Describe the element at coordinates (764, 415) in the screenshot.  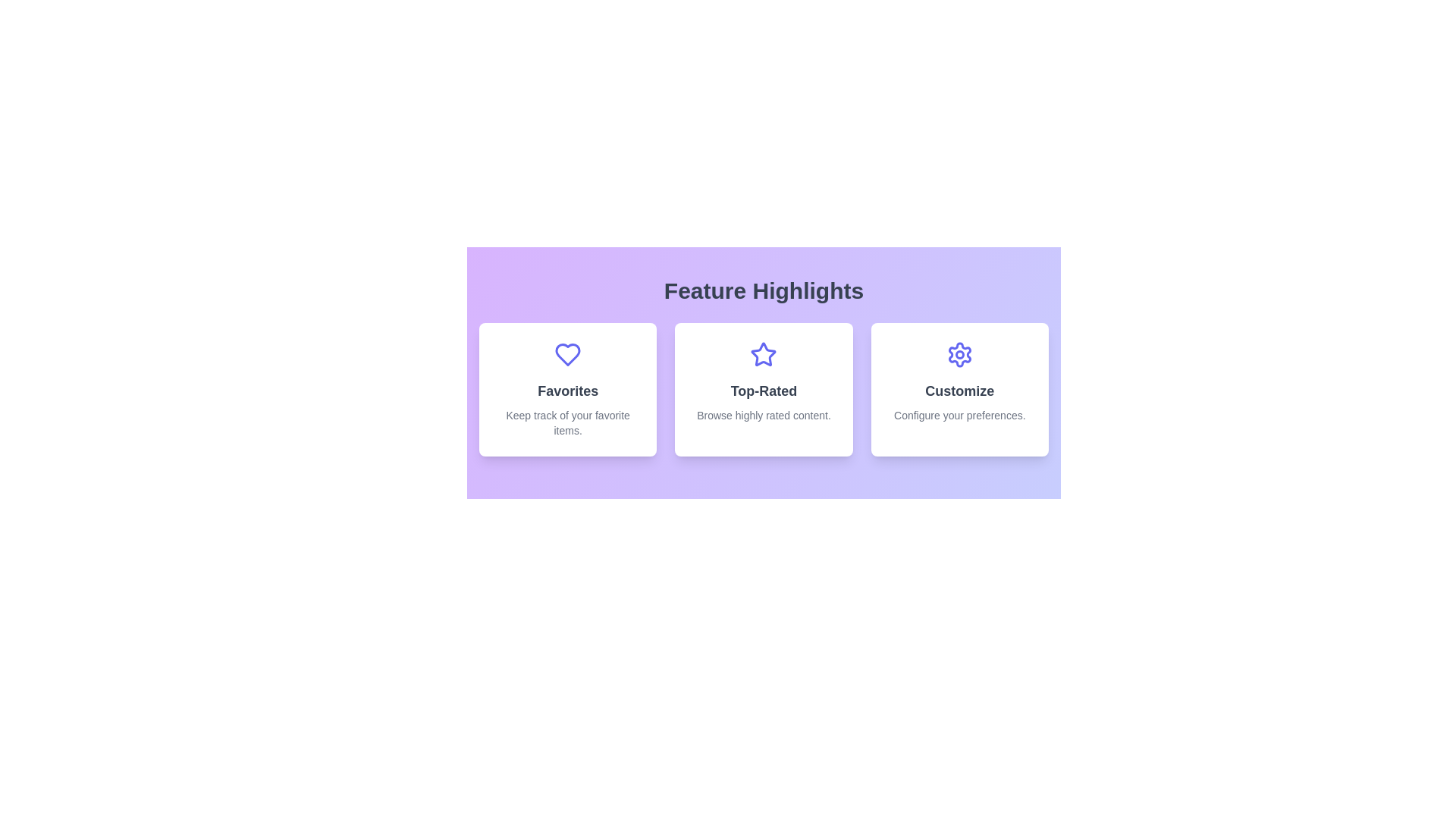
I see `the text element reading 'Browse highly rated content.' which is styled in gray and centered within the 'Top-Rated' card` at that location.